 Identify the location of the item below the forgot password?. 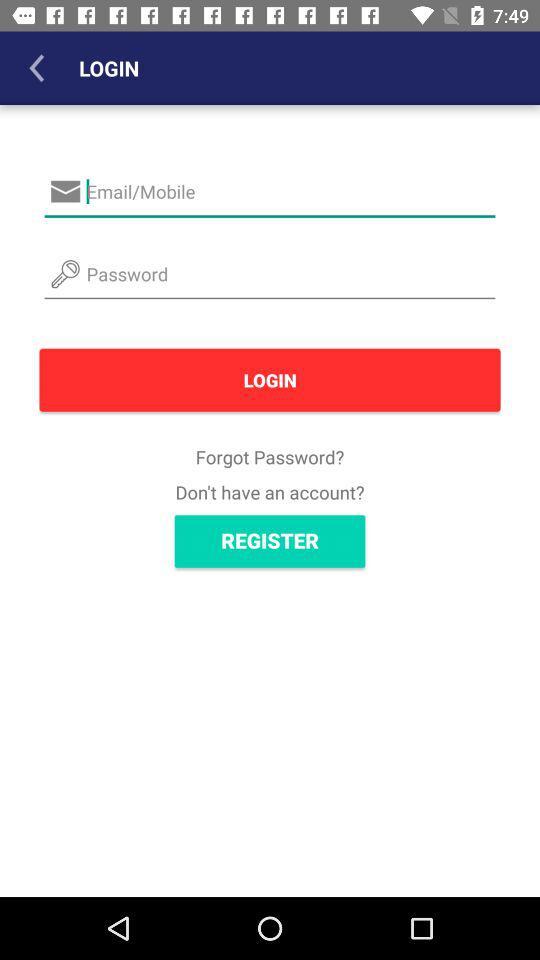
(270, 491).